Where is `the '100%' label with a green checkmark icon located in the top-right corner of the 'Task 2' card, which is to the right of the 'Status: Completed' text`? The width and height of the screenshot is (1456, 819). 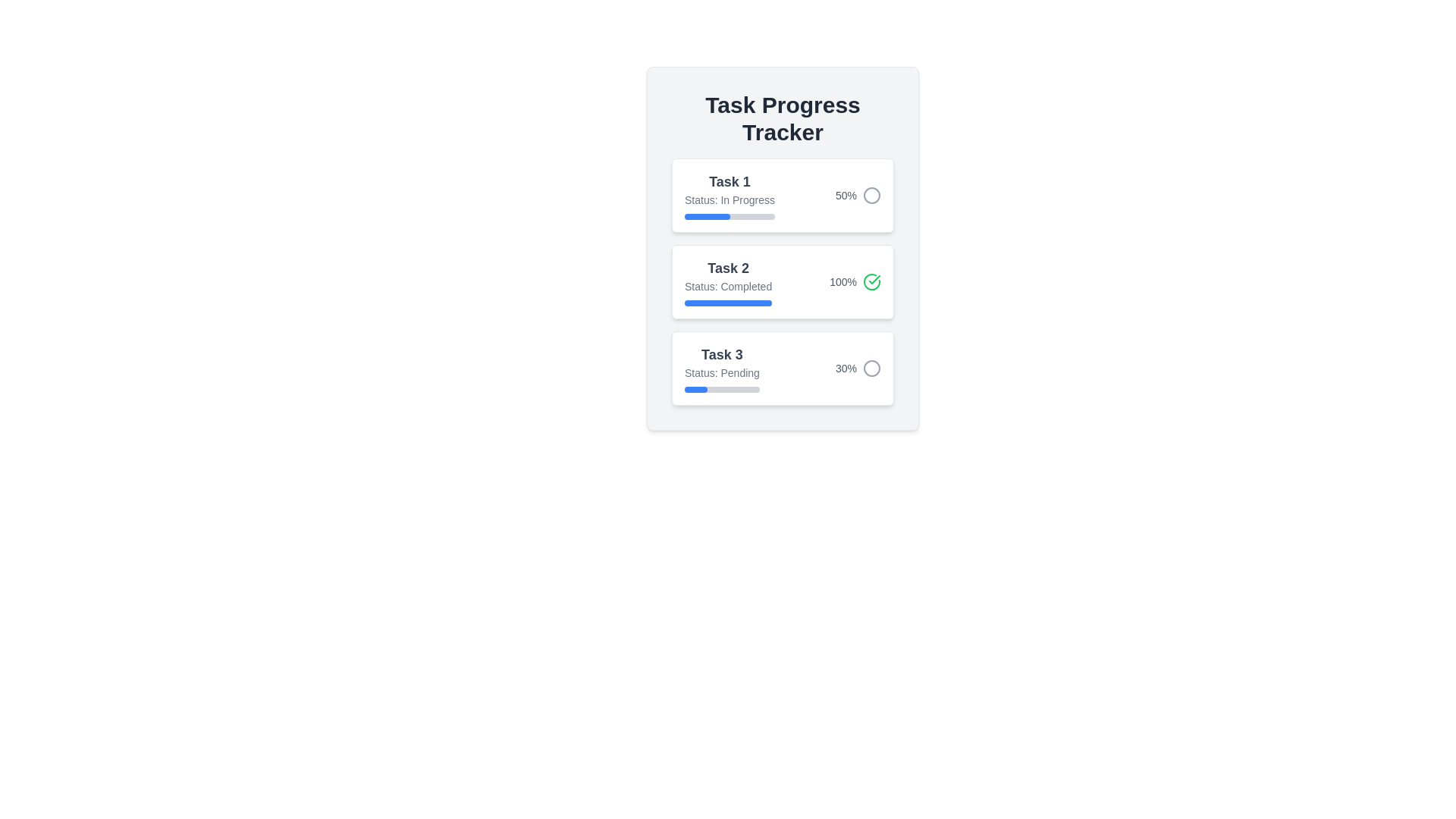
the '100%' label with a green checkmark icon located in the top-right corner of the 'Task 2' card, which is to the right of the 'Status: Completed' text is located at coordinates (855, 281).